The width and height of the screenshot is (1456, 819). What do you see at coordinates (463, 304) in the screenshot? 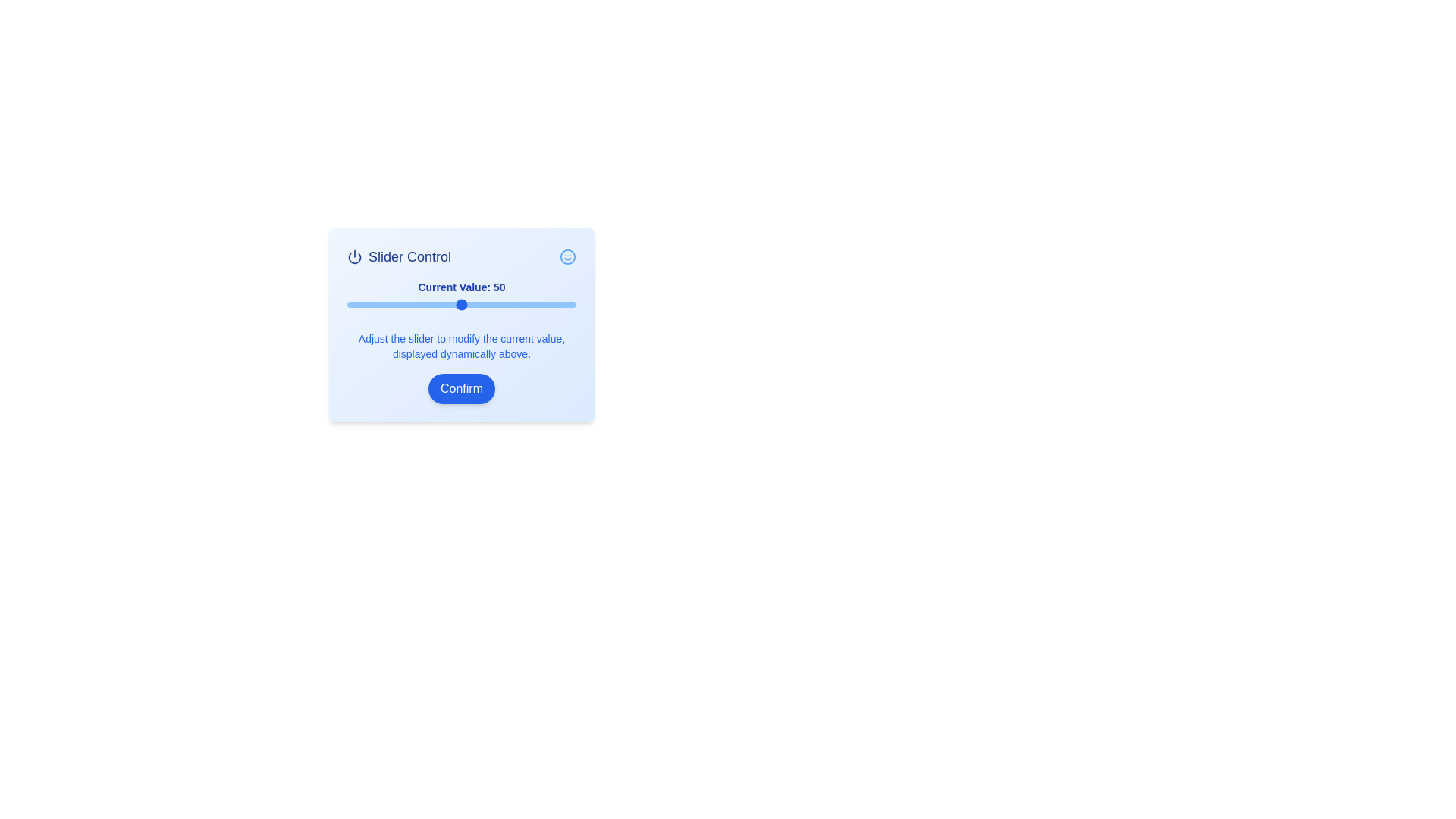
I see `the slider value` at bounding box center [463, 304].